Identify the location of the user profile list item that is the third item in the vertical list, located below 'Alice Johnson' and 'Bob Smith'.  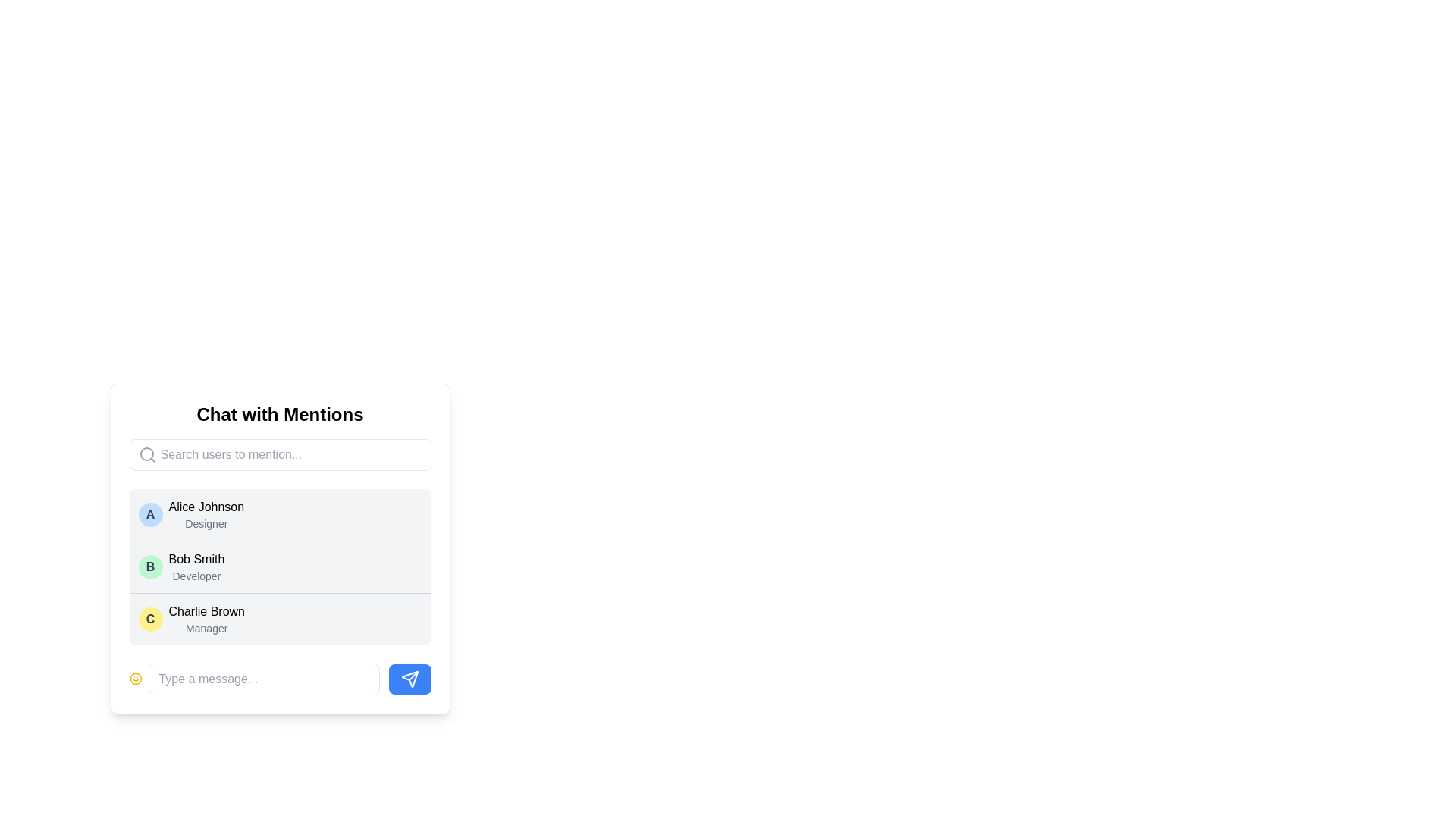
(280, 619).